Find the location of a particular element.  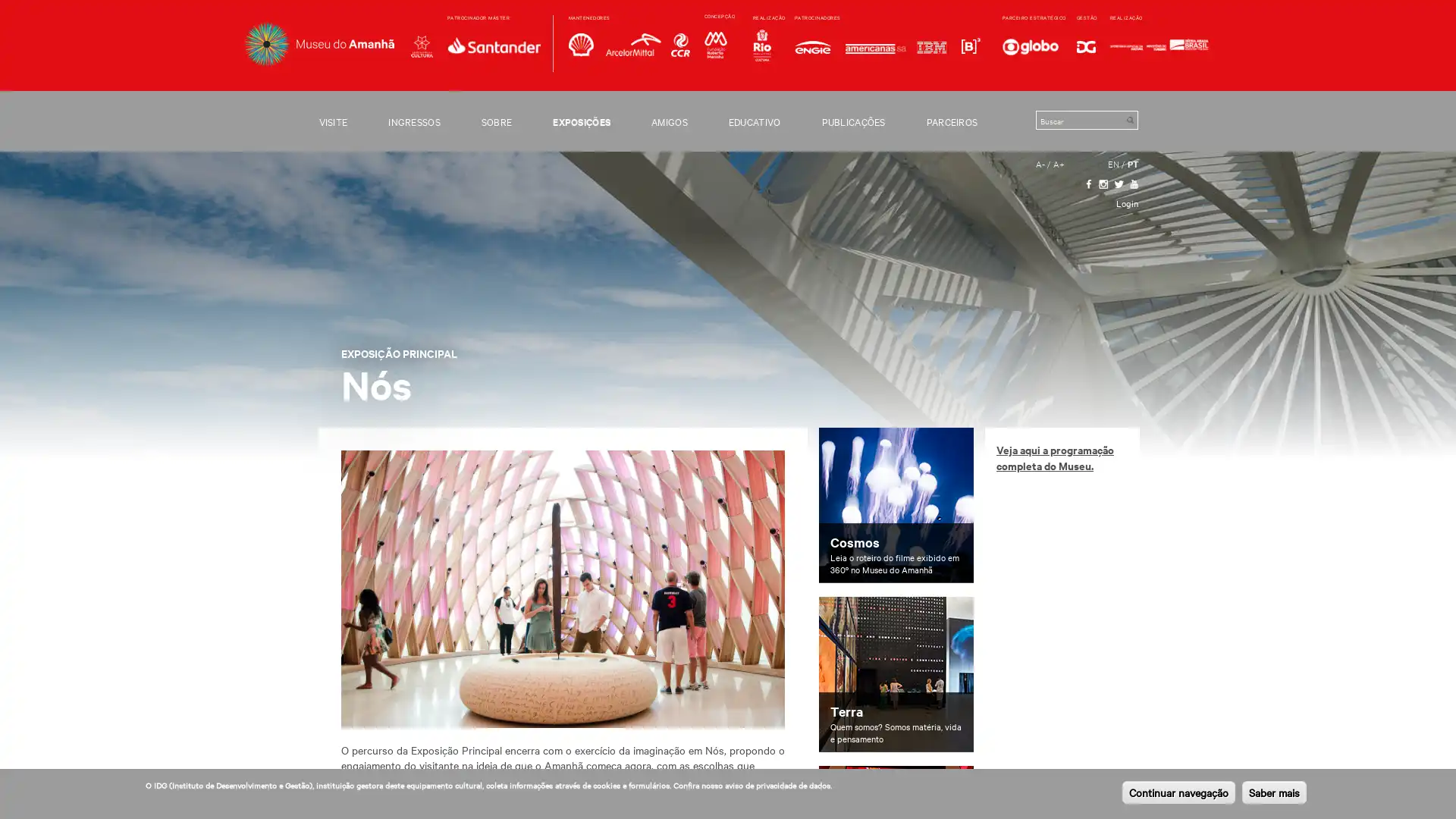

Submit is located at coordinates (1129, 119).